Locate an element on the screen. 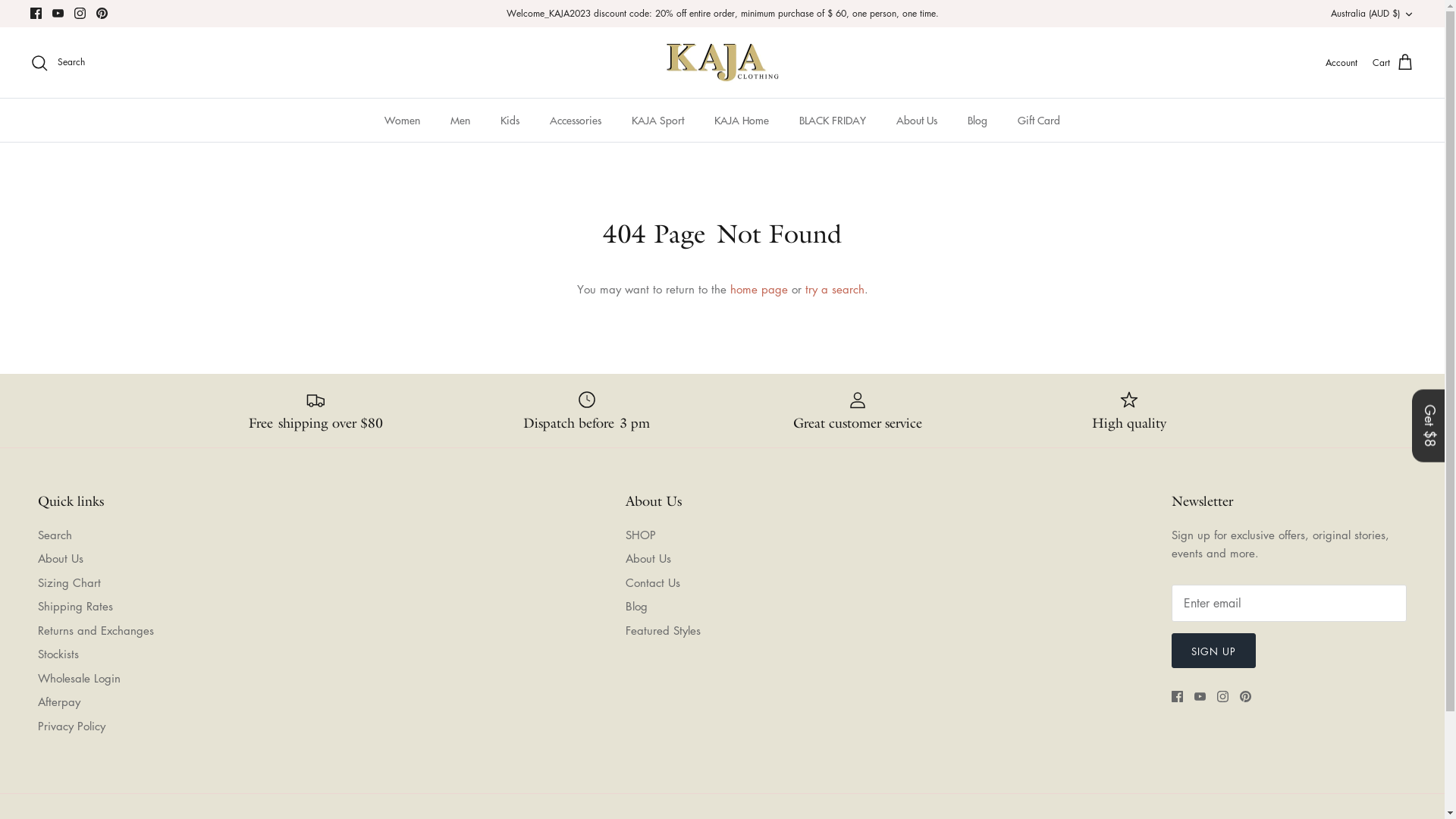  'Cart' is located at coordinates (1393, 62).